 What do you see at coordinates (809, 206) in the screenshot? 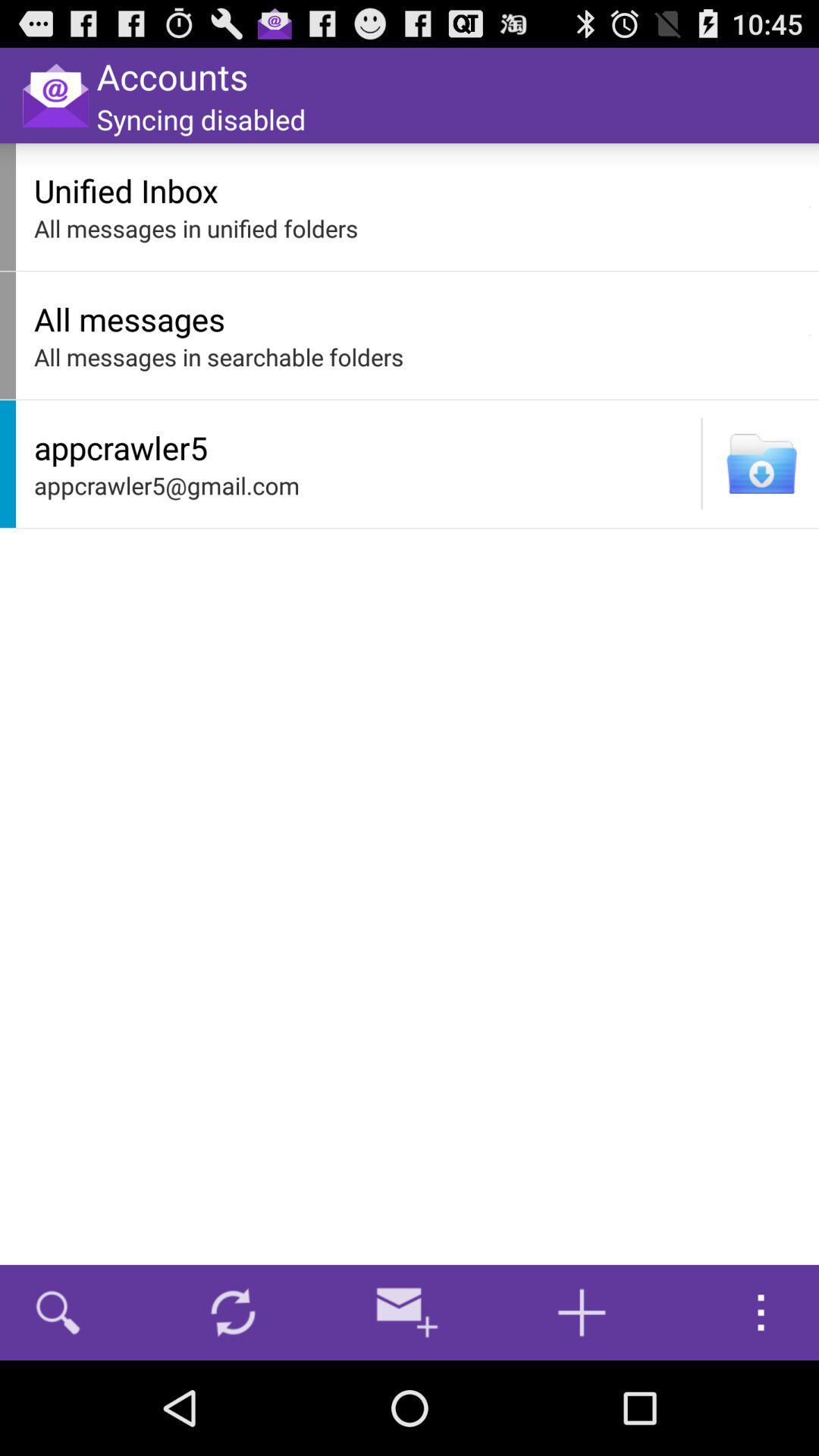
I see `the icon next to the unified inbox app` at bounding box center [809, 206].